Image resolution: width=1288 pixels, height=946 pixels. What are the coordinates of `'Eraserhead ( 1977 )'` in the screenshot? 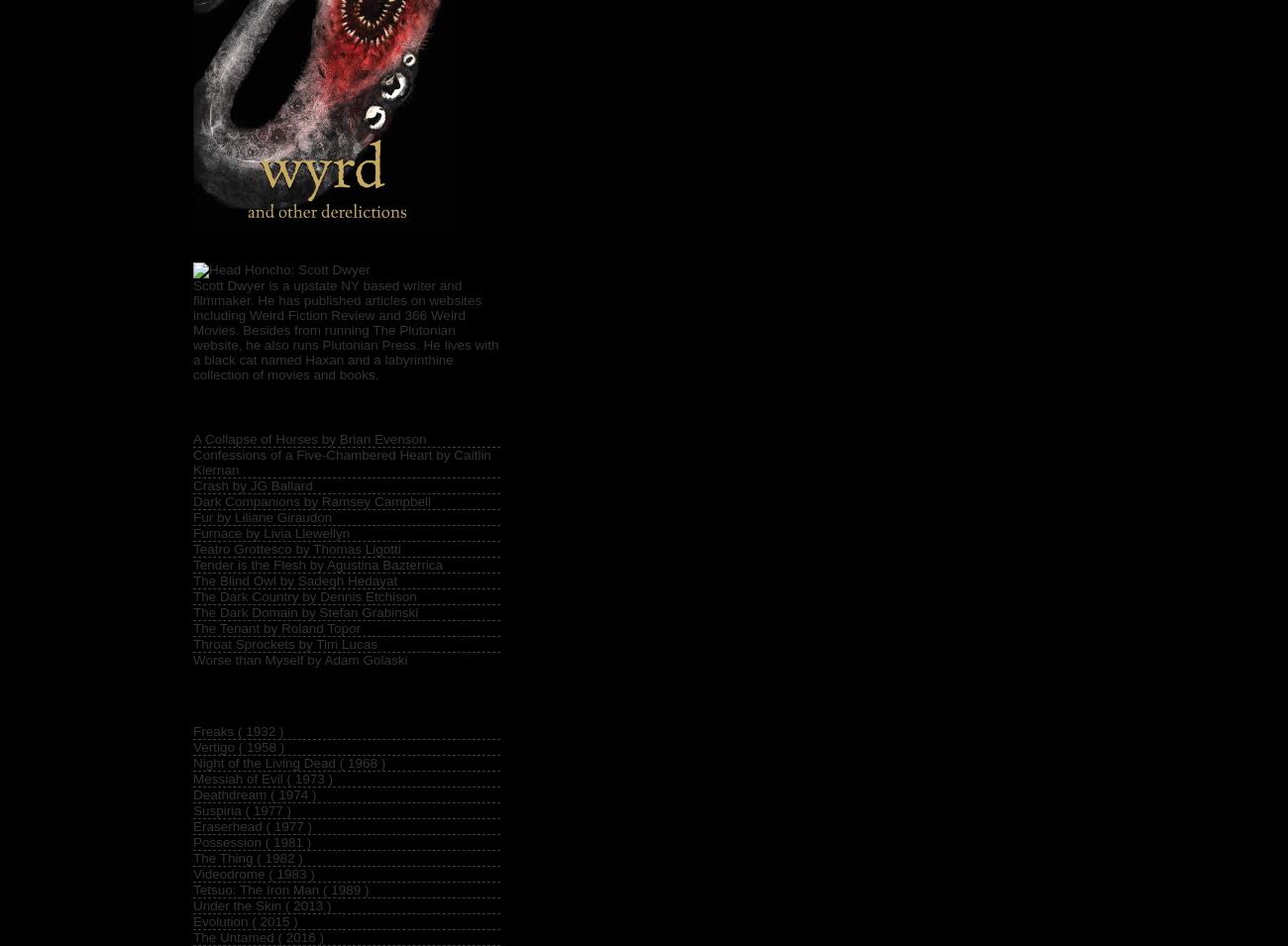 It's located at (193, 825).